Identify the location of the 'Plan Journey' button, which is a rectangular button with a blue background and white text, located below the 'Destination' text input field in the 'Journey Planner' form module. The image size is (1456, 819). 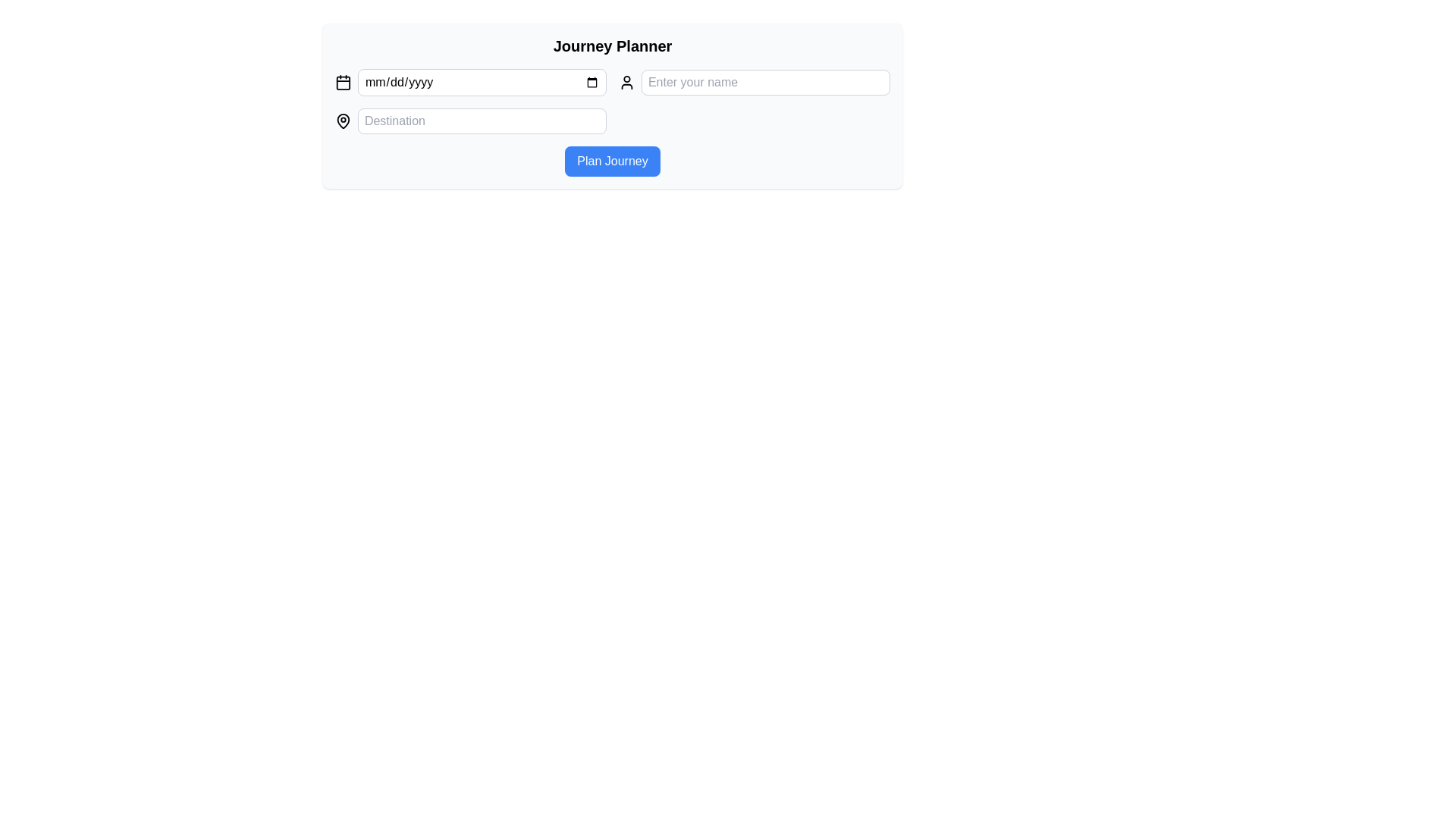
(612, 161).